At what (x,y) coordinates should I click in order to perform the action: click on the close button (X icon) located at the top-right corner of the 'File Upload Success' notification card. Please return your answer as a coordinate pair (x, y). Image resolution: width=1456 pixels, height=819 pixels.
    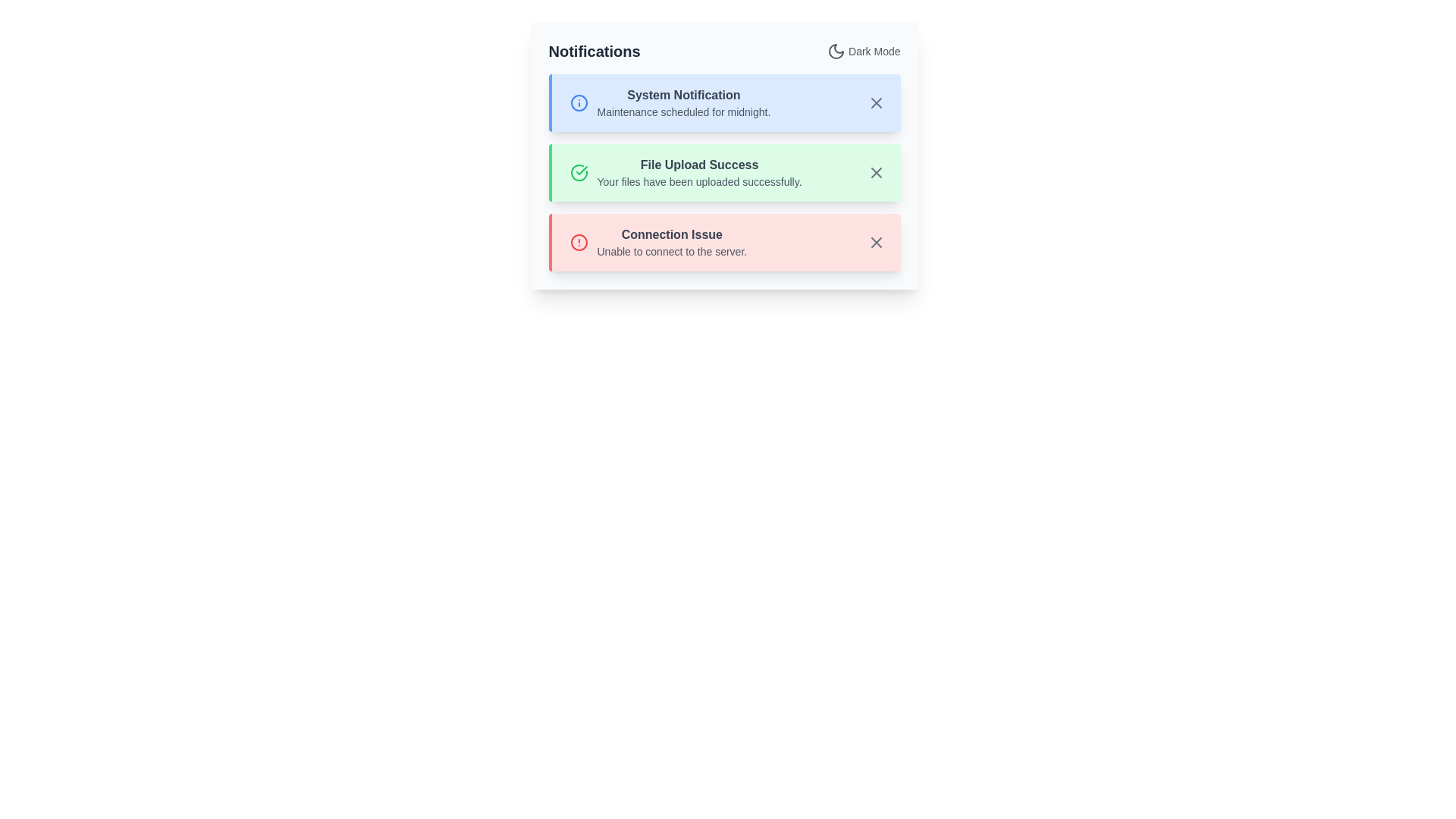
    Looking at the image, I should click on (876, 171).